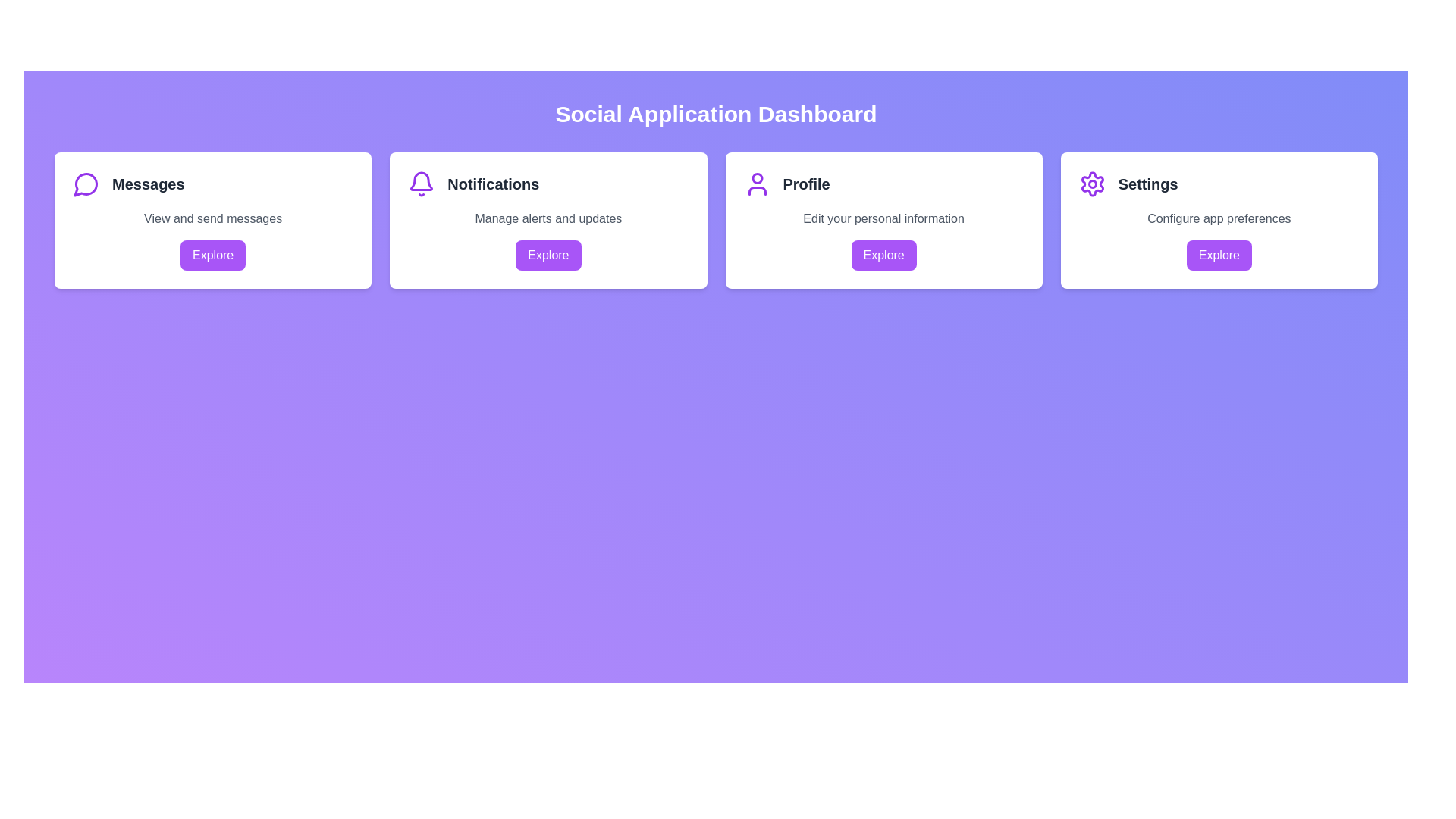  Describe the element at coordinates (212, 254) in the screenshot. I see `the button located at the bottom-center of the 'Messages' card, underneath the 'View and send messages' text` at that location.